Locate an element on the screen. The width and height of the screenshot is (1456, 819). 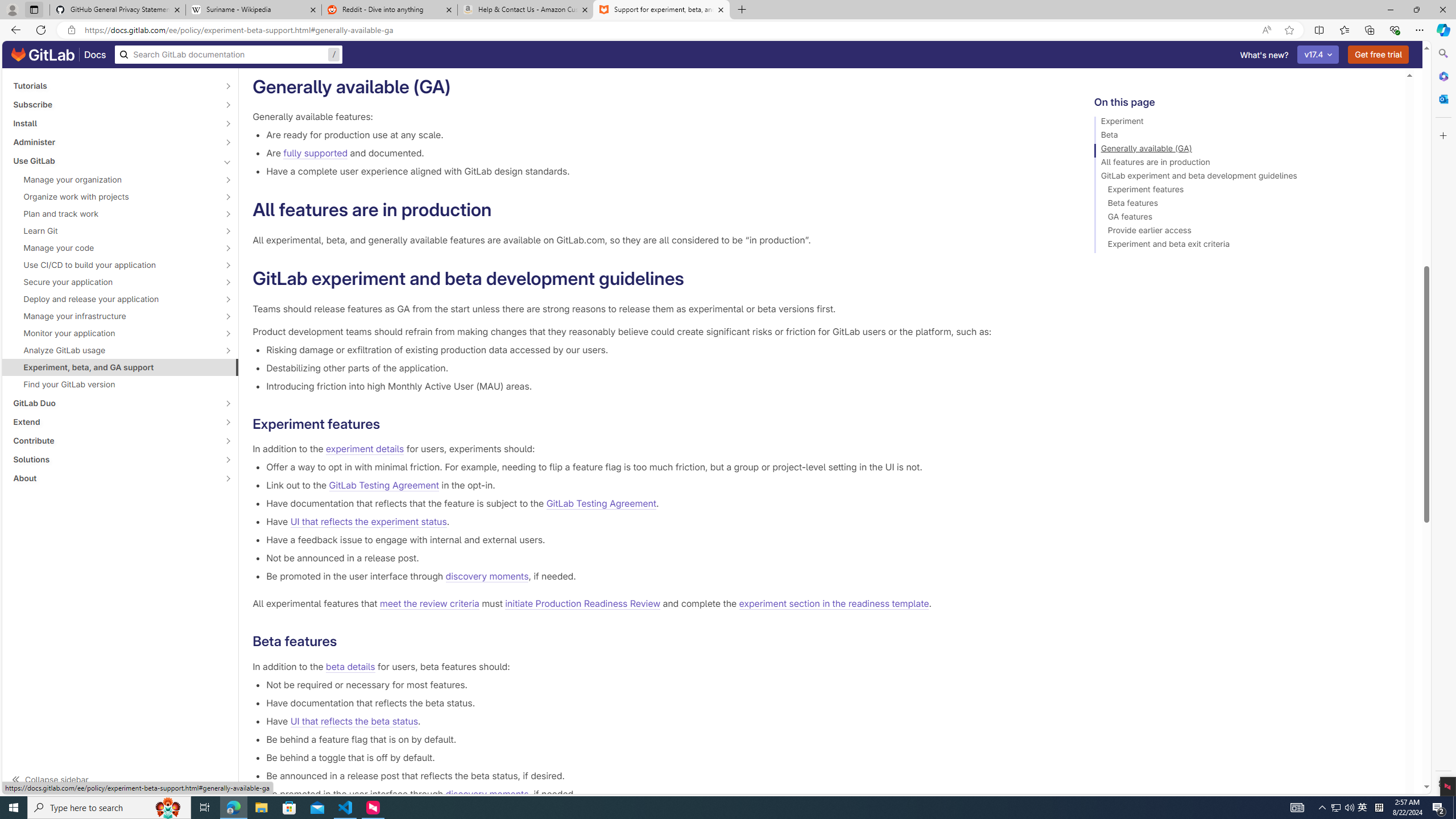
'Experiment and beta exit criteria' is located at coordinates (1244, 246).